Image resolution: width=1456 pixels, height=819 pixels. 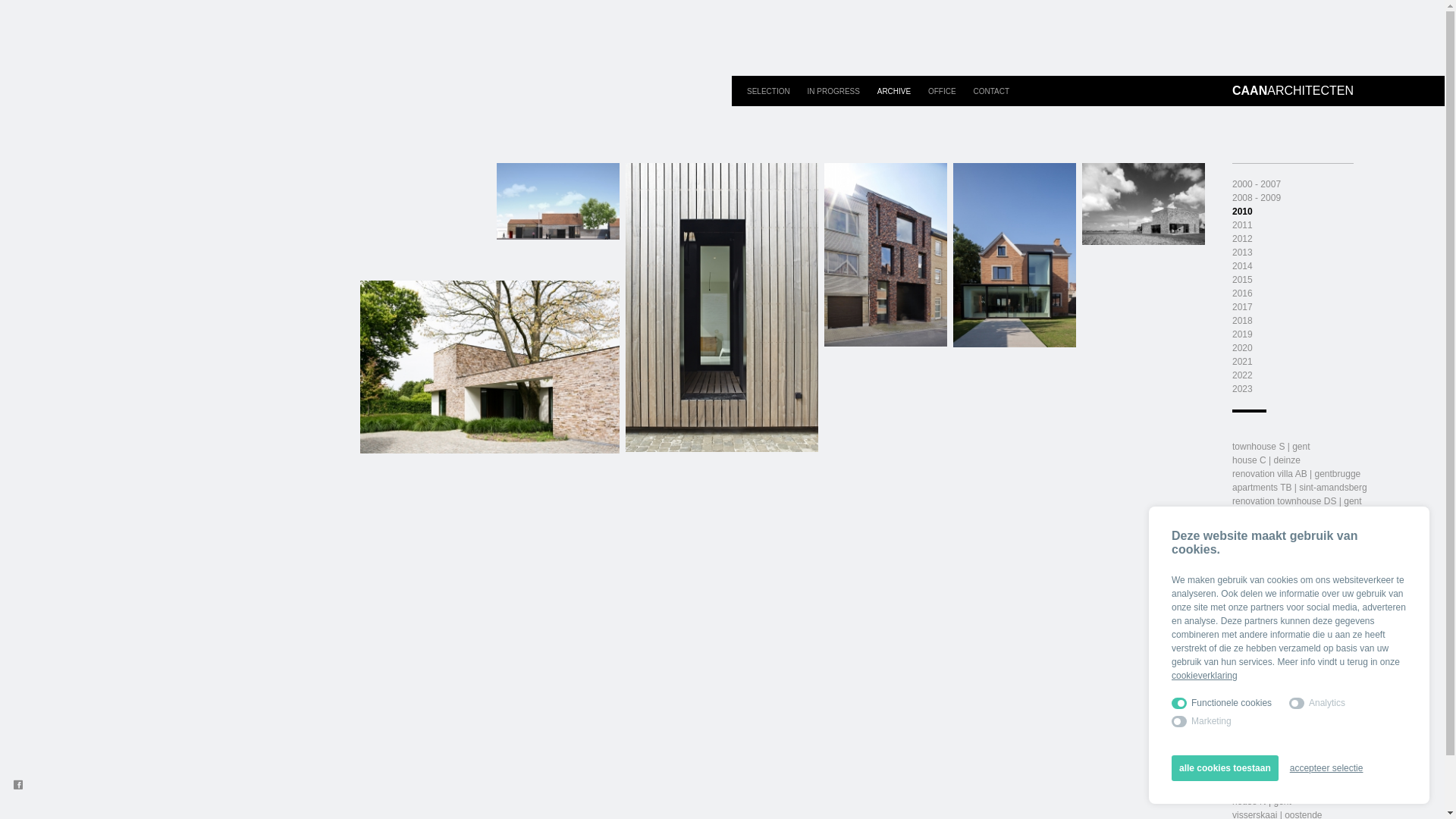 I want to click on '2019', so click(x=1242, y=333).